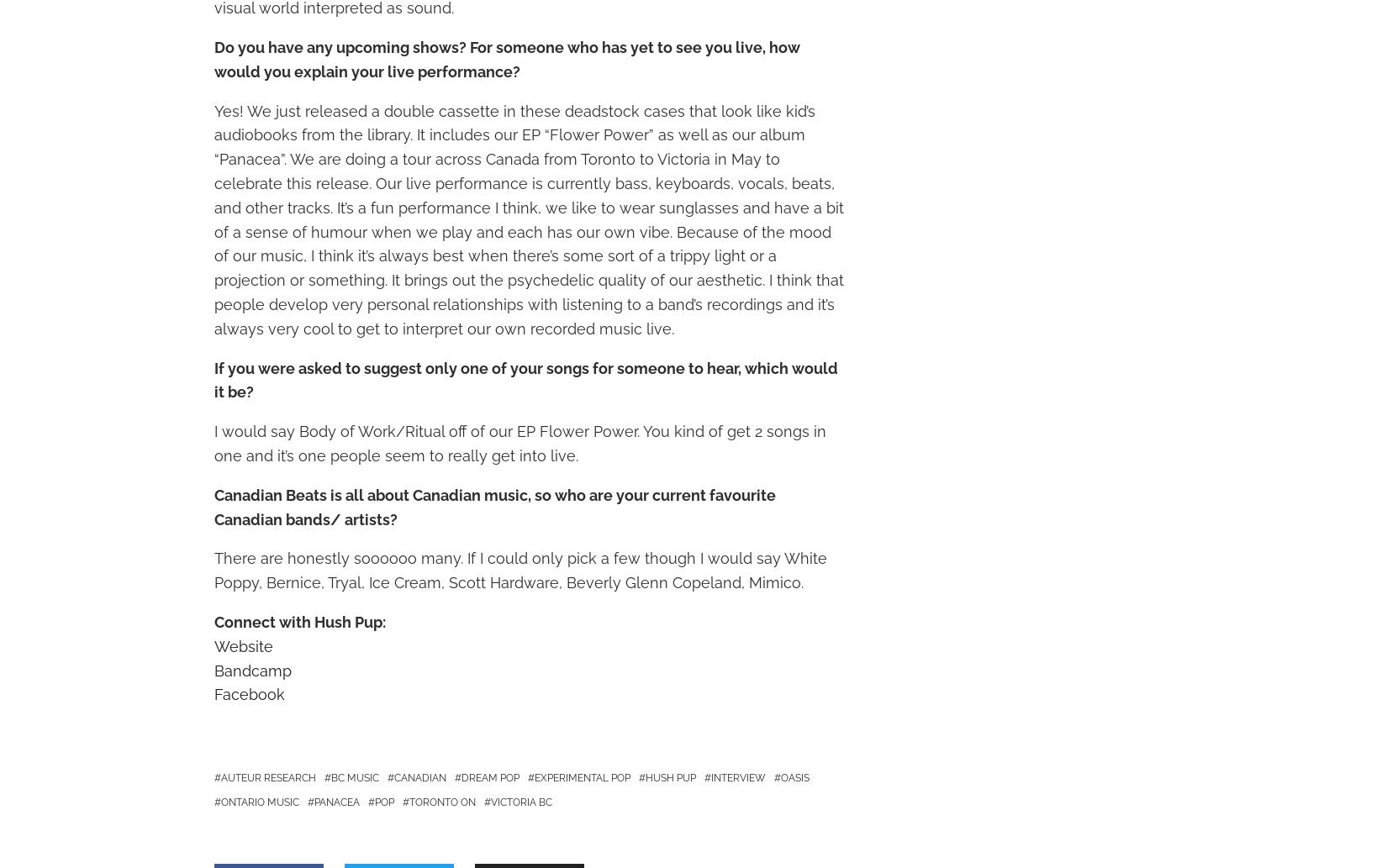 The height and width of the screenshot is (868, 1387). I want to click on 'Hush Pup', so click(669, 776).